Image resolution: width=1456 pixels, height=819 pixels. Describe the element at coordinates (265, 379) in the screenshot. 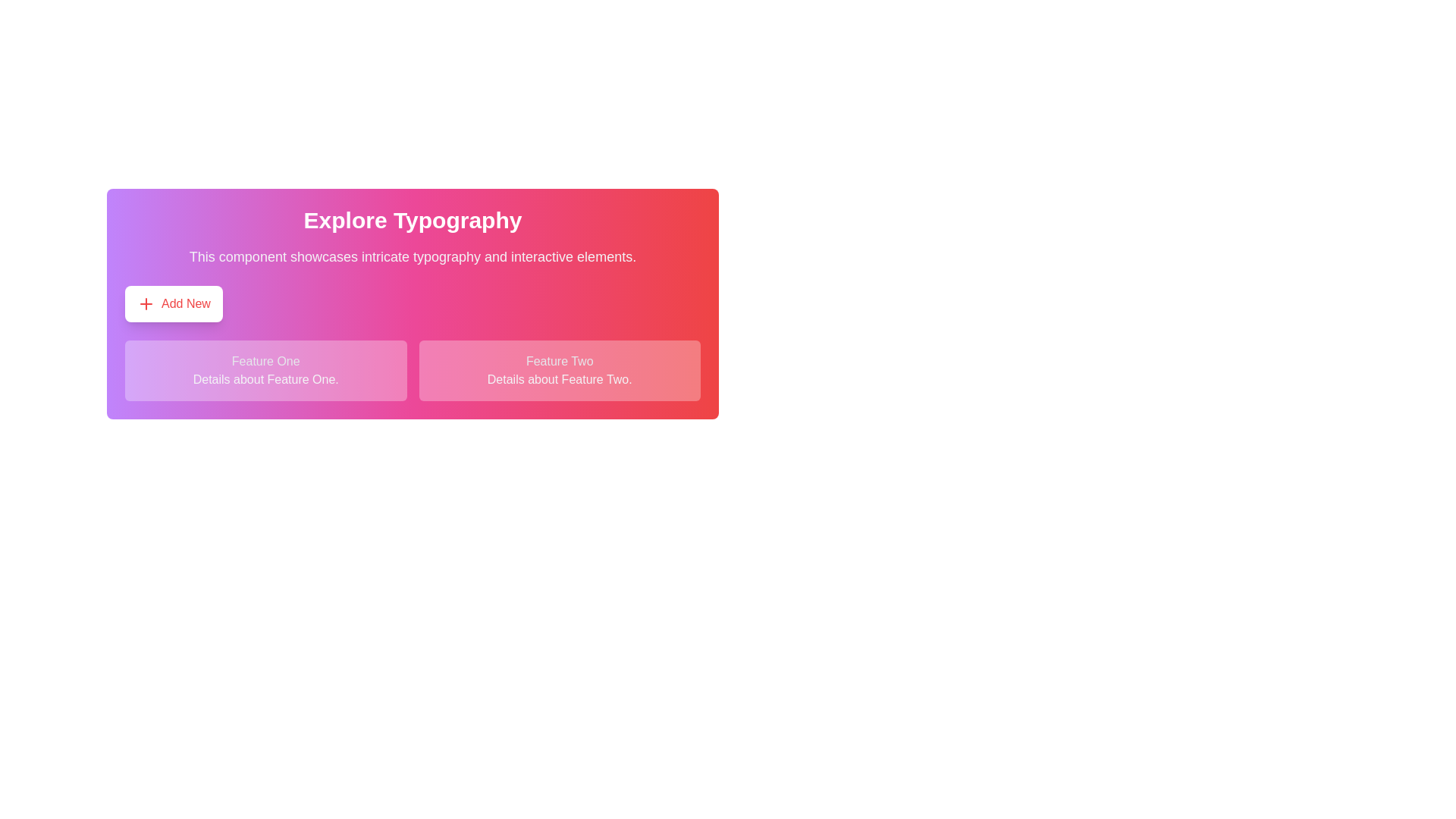

I see `the static text label providing information about 'Feature One', positioned inside the 'Feature One' panel below its heading` at that location.